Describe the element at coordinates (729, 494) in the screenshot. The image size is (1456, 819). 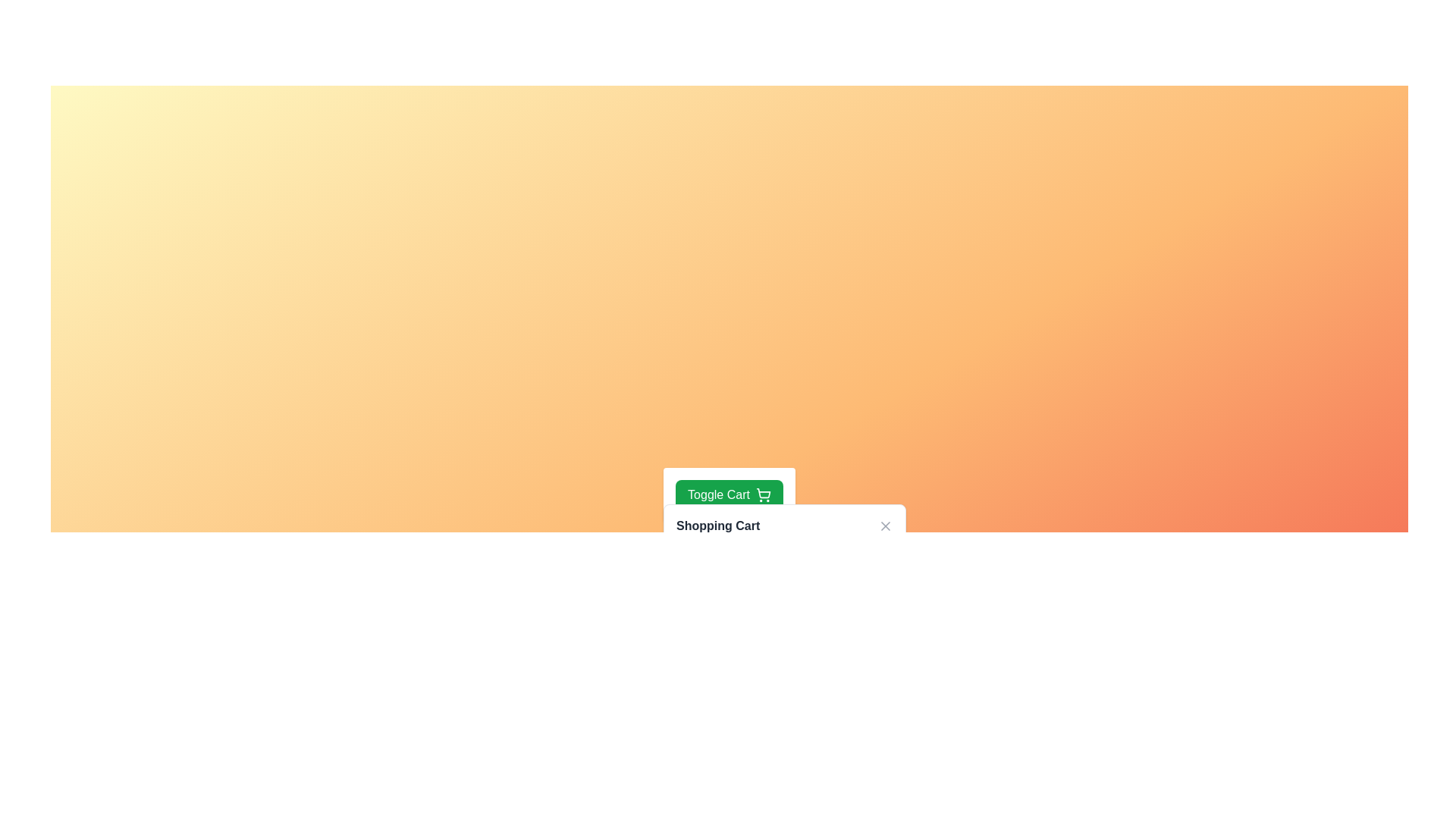
I see `the toggle button for showing or hiding the shopping cart, located centrally near the top of the shopping interface to observe hover effects` at that location.